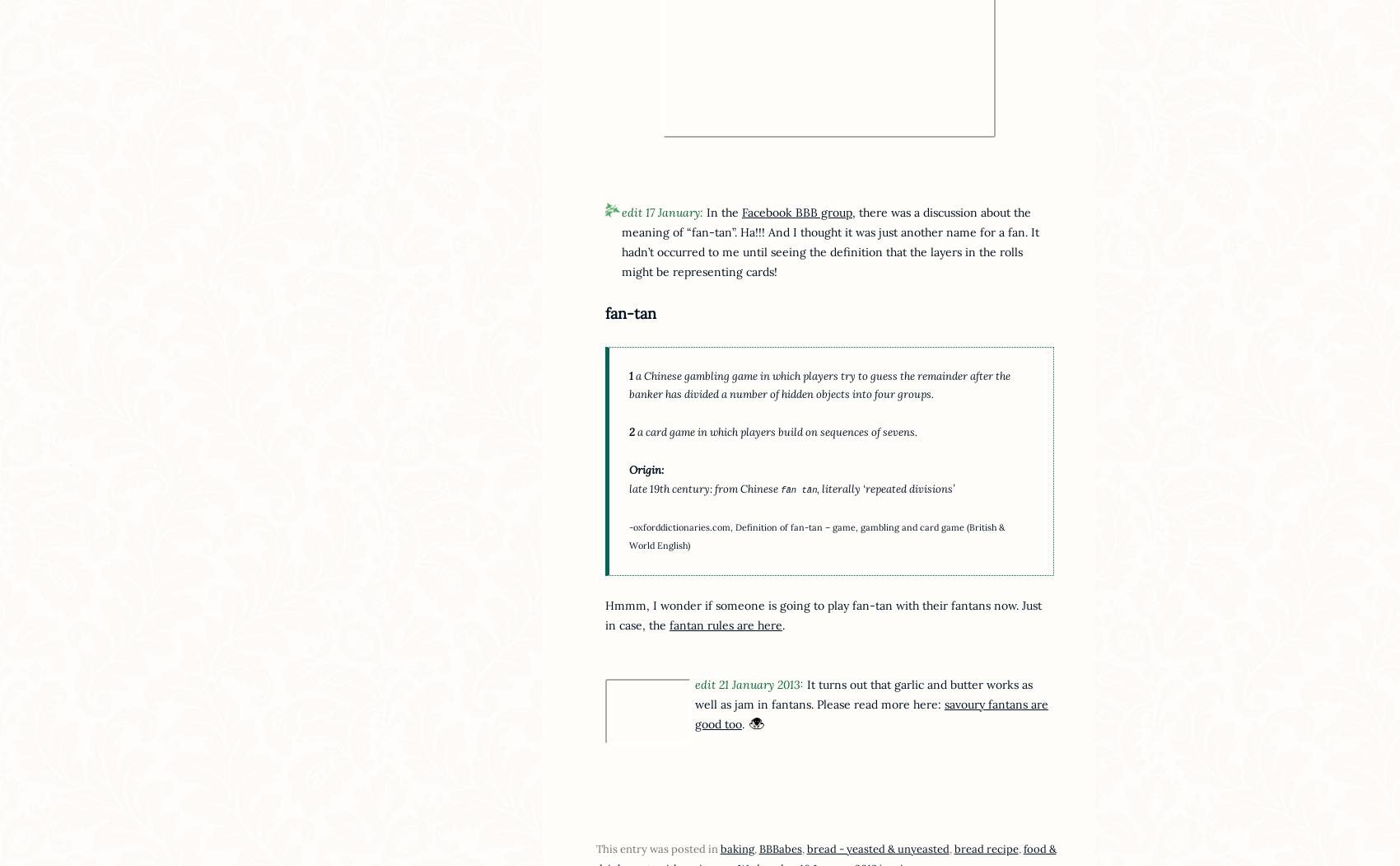  What do you see at coordinates (725, 624) in the screenshot?
I see `'fantan rules are here'` at bounding box center [725, 624].